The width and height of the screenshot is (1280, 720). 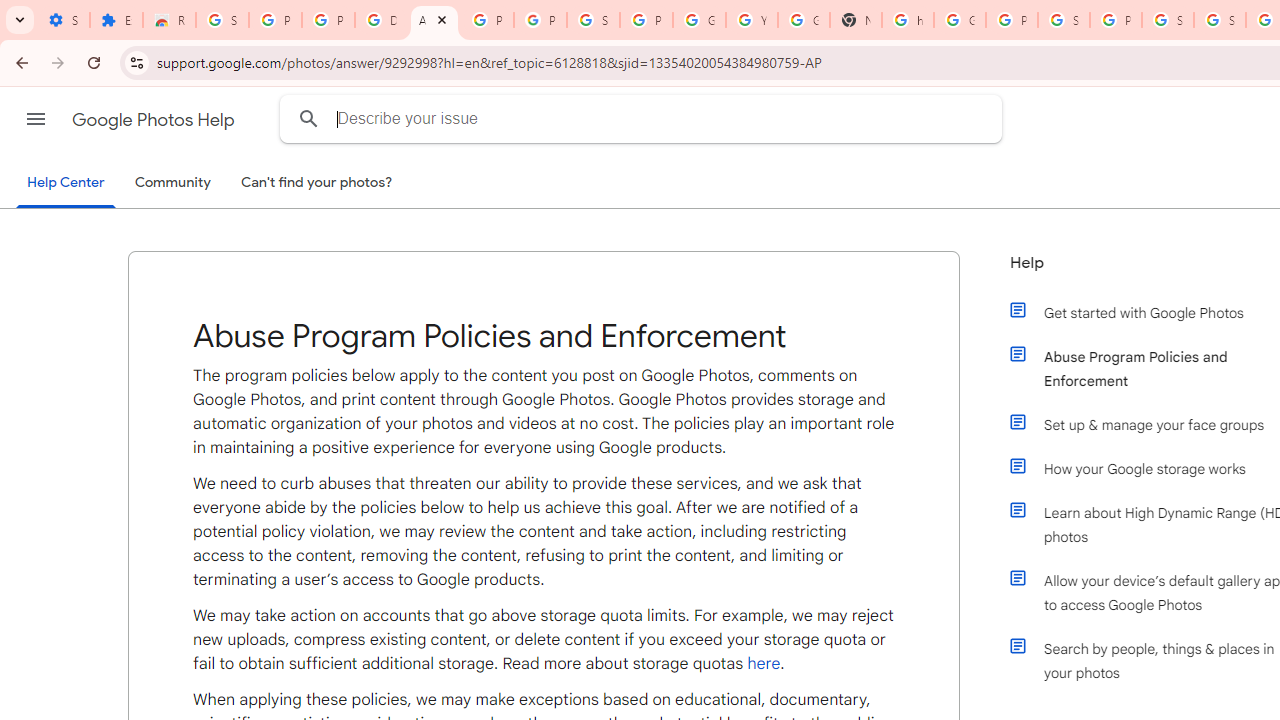 What do you see at coordinates (65, 183) in the screenshot?
I see `'Help Center'` at bounding box center [65, 183].